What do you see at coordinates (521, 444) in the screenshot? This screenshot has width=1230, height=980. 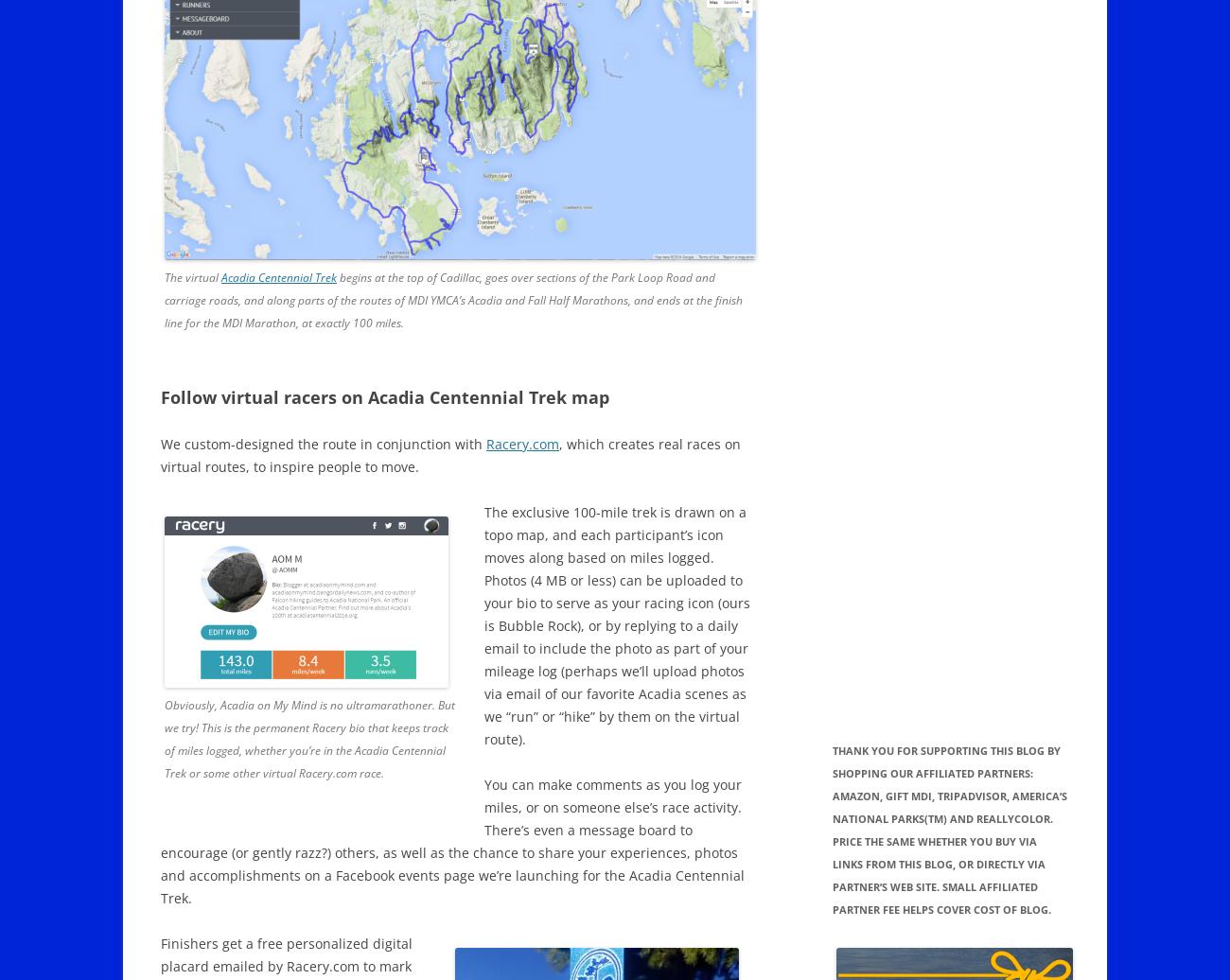 I see `'Racery.com'` at bounding box center [521, 444].